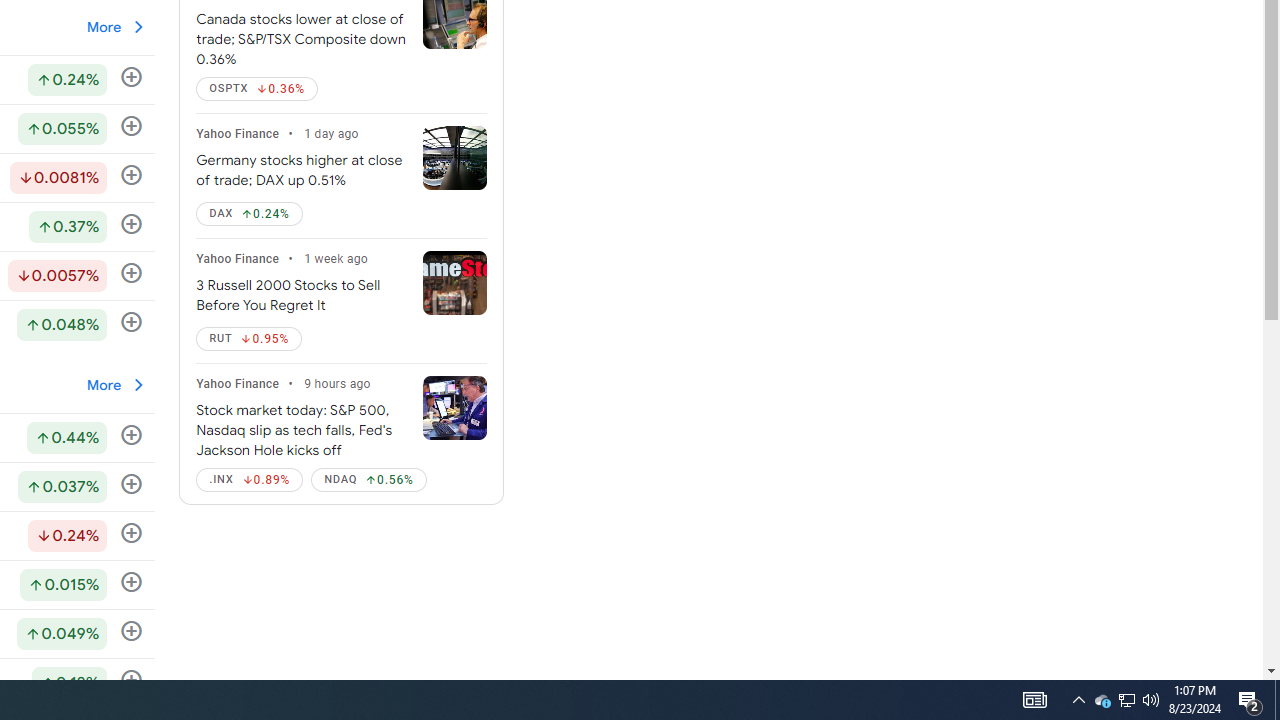  I want to click on 'More', so click(116, 385).